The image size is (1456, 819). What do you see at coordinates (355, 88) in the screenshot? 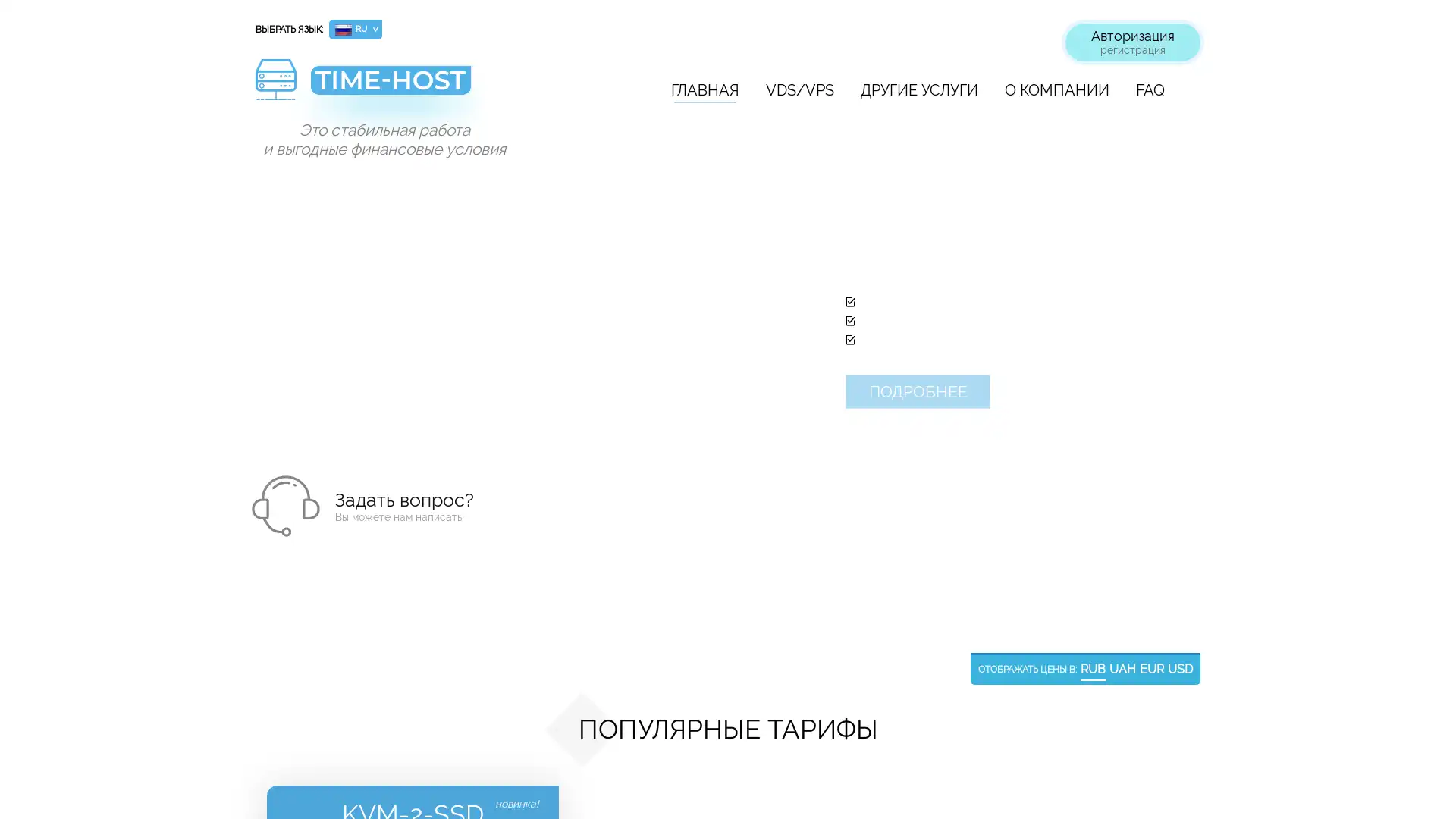
I see `fr FR` at bounding box center [355, 88].